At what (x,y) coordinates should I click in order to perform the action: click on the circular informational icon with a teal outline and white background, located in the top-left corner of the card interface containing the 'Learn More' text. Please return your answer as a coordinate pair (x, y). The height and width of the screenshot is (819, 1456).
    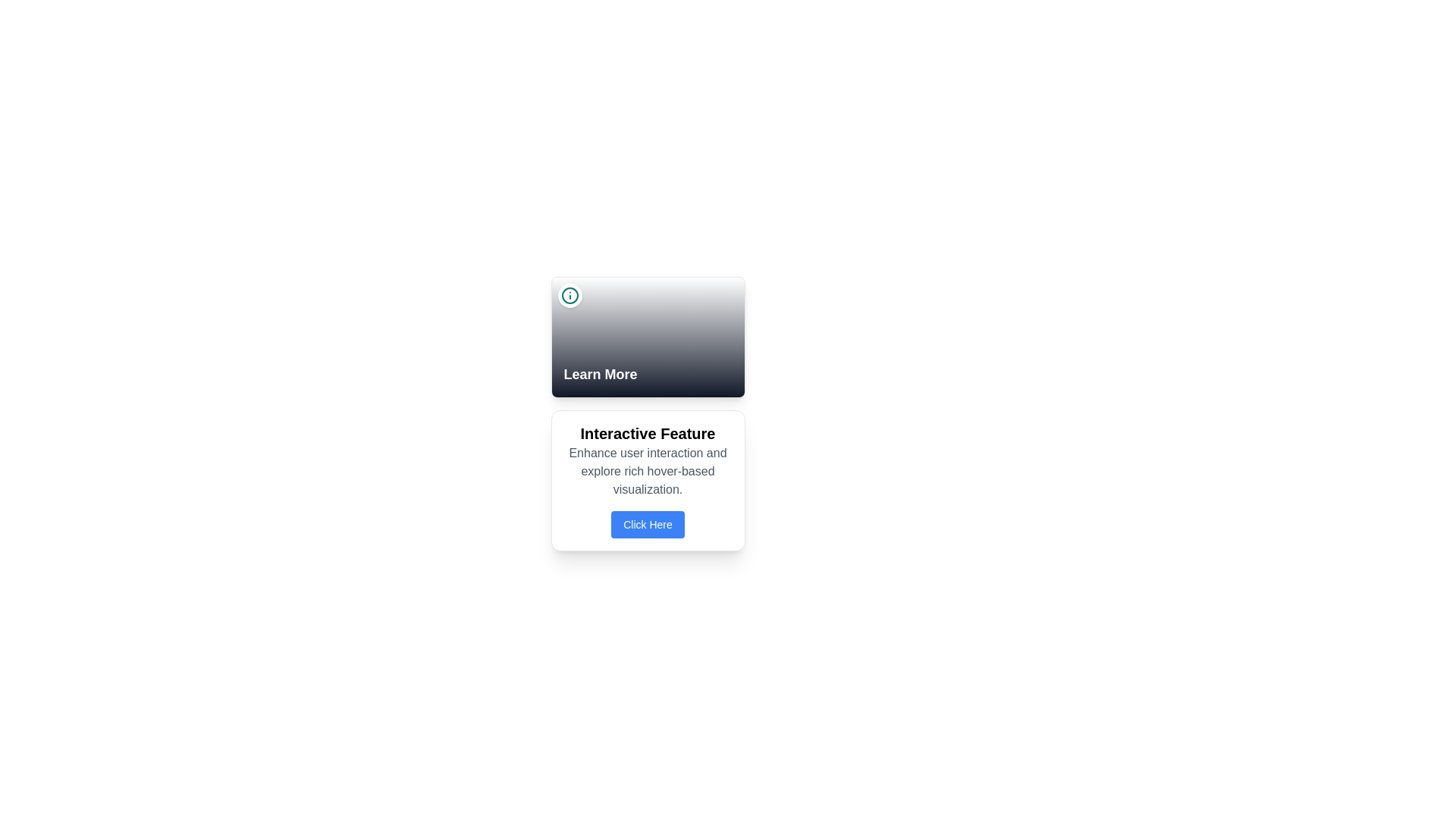
    Looking at the image, I should click on (569, 295).